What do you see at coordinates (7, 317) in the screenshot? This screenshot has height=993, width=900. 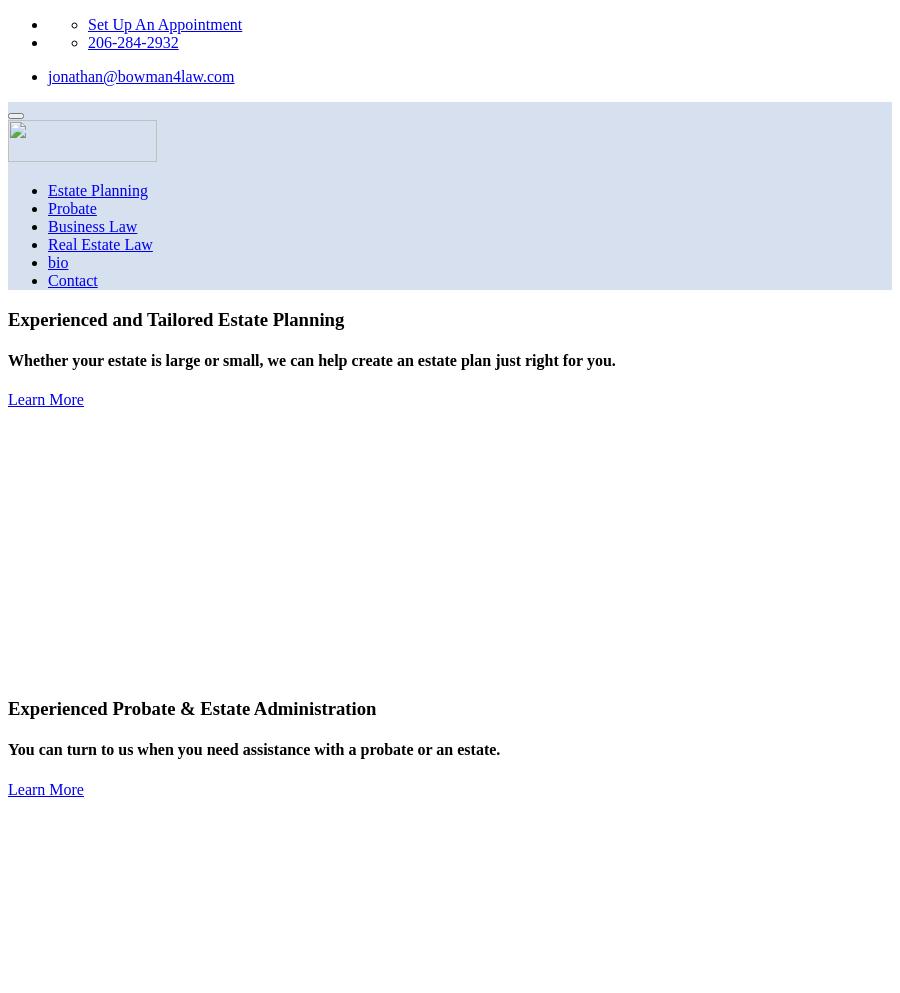 I see `'Experienced and Tailored Estate Planning'` at bounding box center [7, 317].